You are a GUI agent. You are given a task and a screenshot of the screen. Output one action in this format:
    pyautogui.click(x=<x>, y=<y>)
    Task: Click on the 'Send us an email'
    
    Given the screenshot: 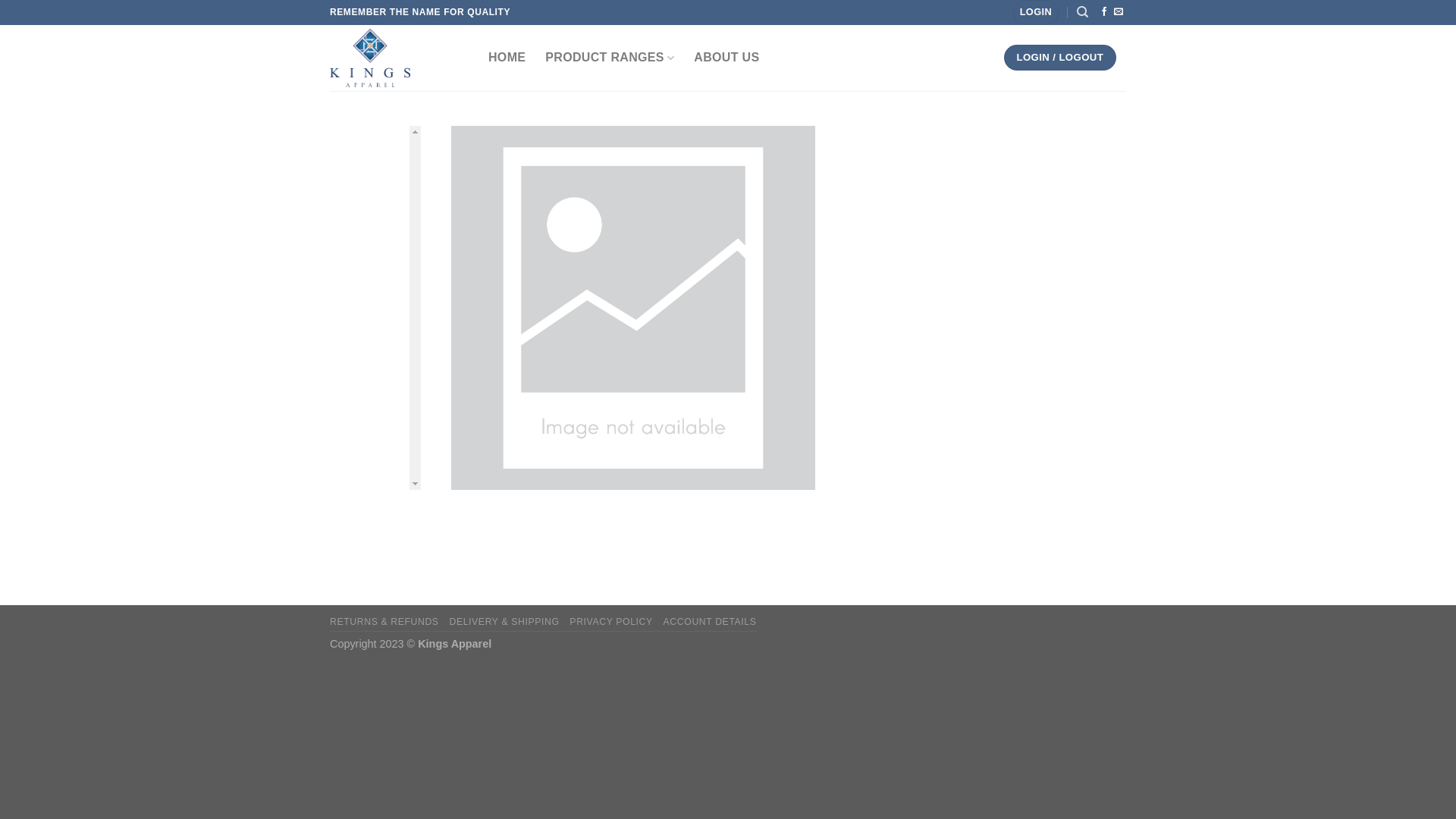 What is the action you would take?
    pyautogui.click(x=1118, y=11)
    